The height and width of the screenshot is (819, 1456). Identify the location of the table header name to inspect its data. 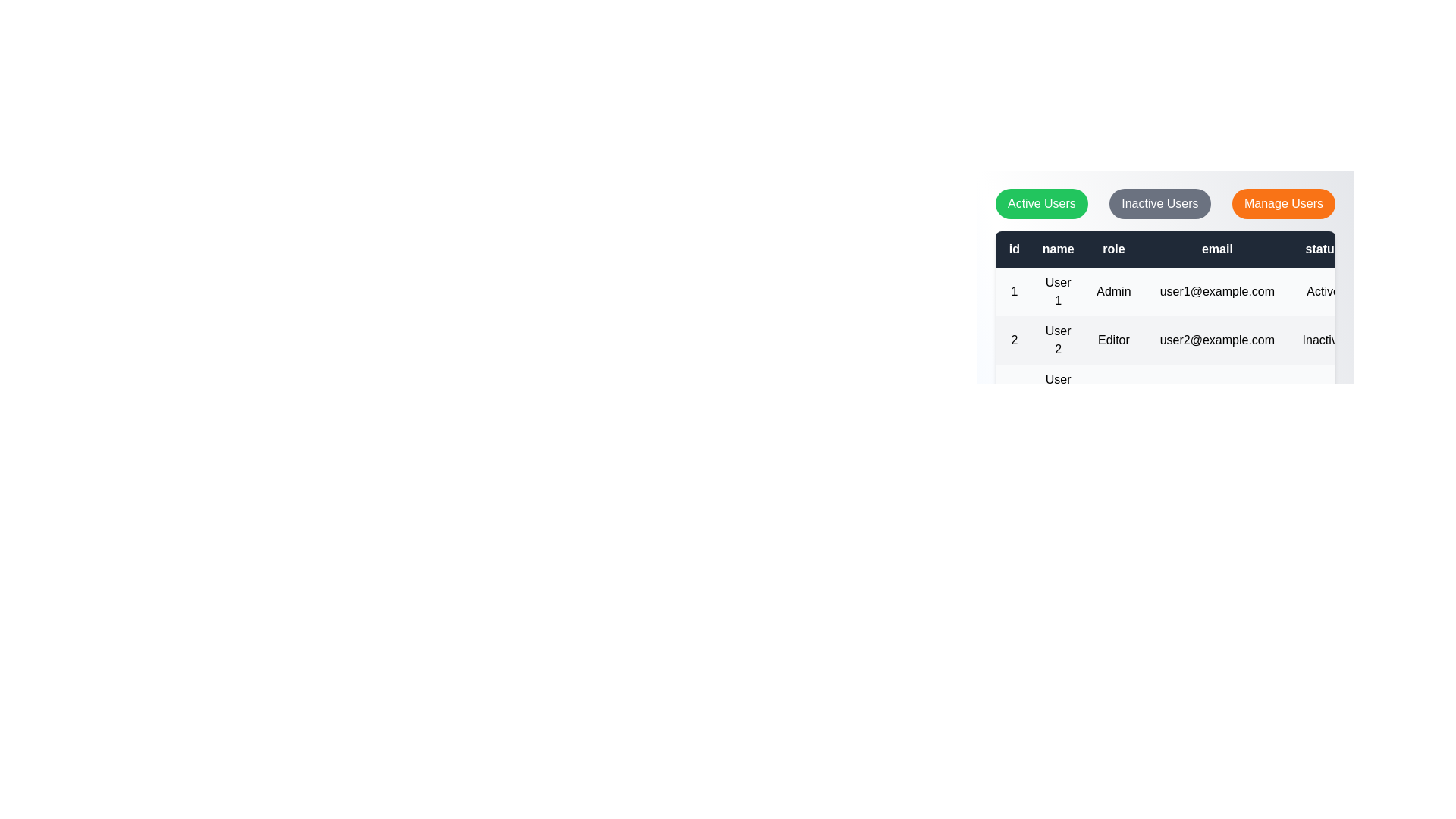
(1057, 248).